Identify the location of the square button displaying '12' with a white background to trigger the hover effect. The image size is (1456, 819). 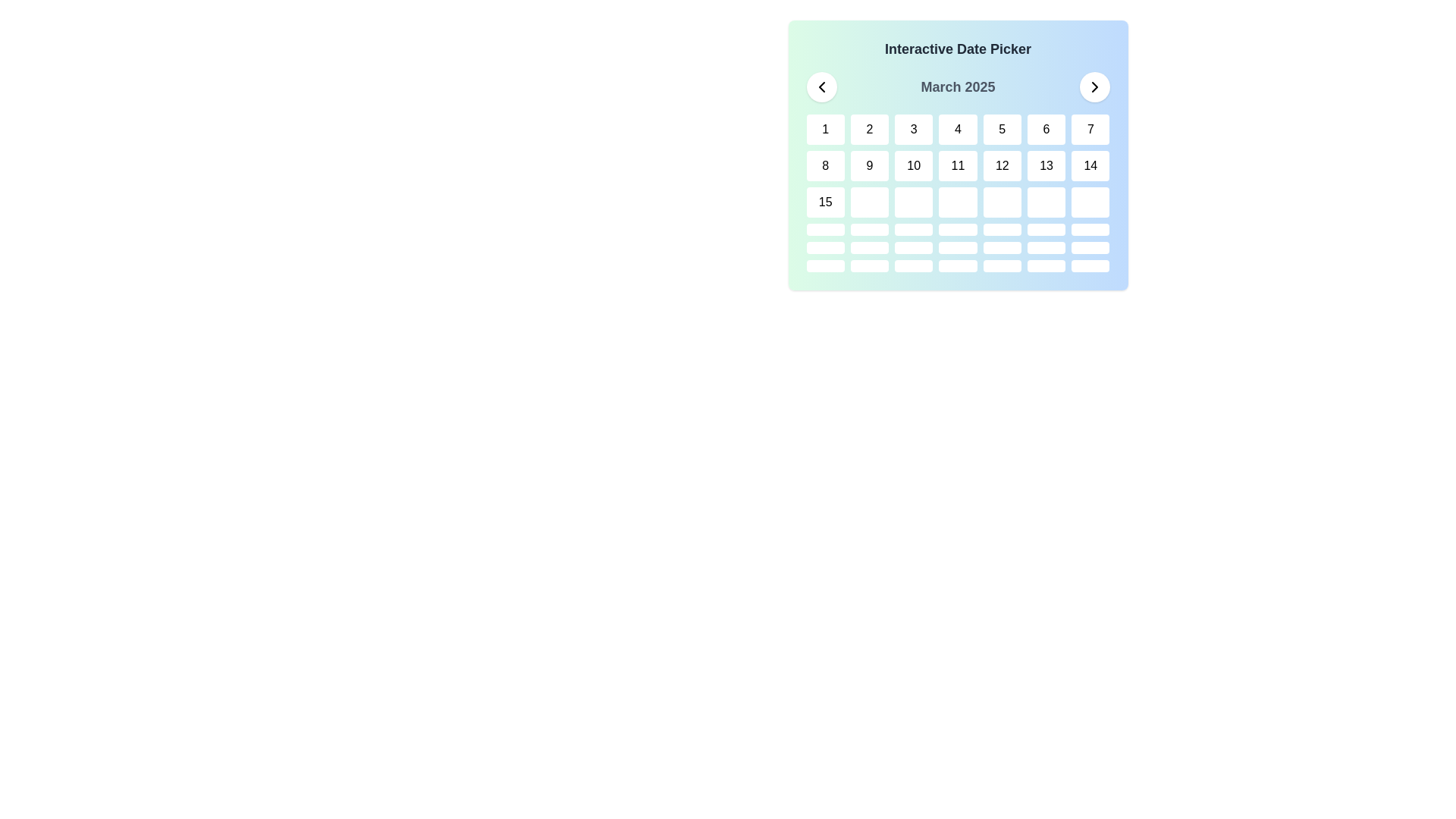
(1002, 166).